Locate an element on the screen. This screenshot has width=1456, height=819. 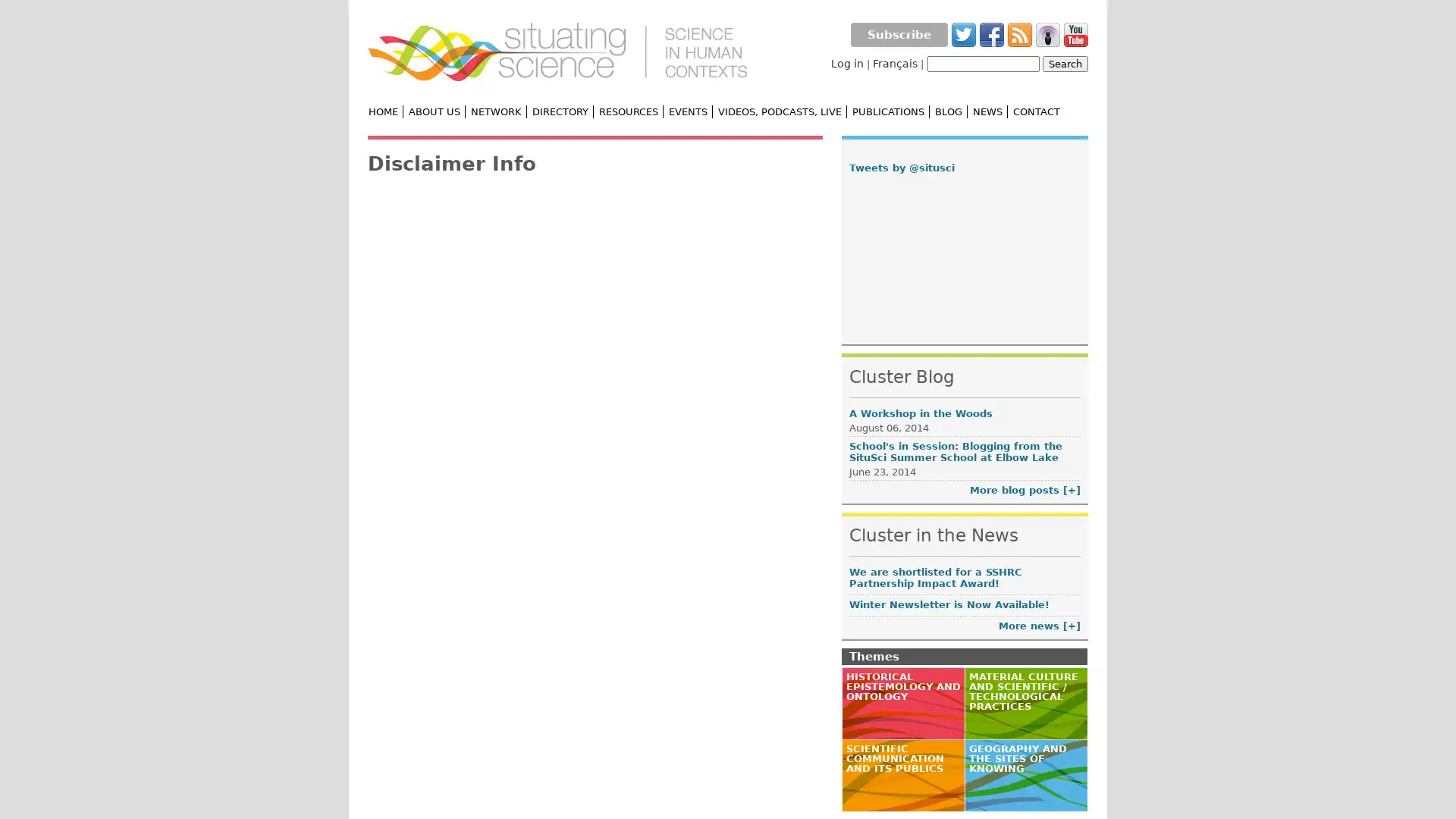
Search is located at coordinates (1065, 63).